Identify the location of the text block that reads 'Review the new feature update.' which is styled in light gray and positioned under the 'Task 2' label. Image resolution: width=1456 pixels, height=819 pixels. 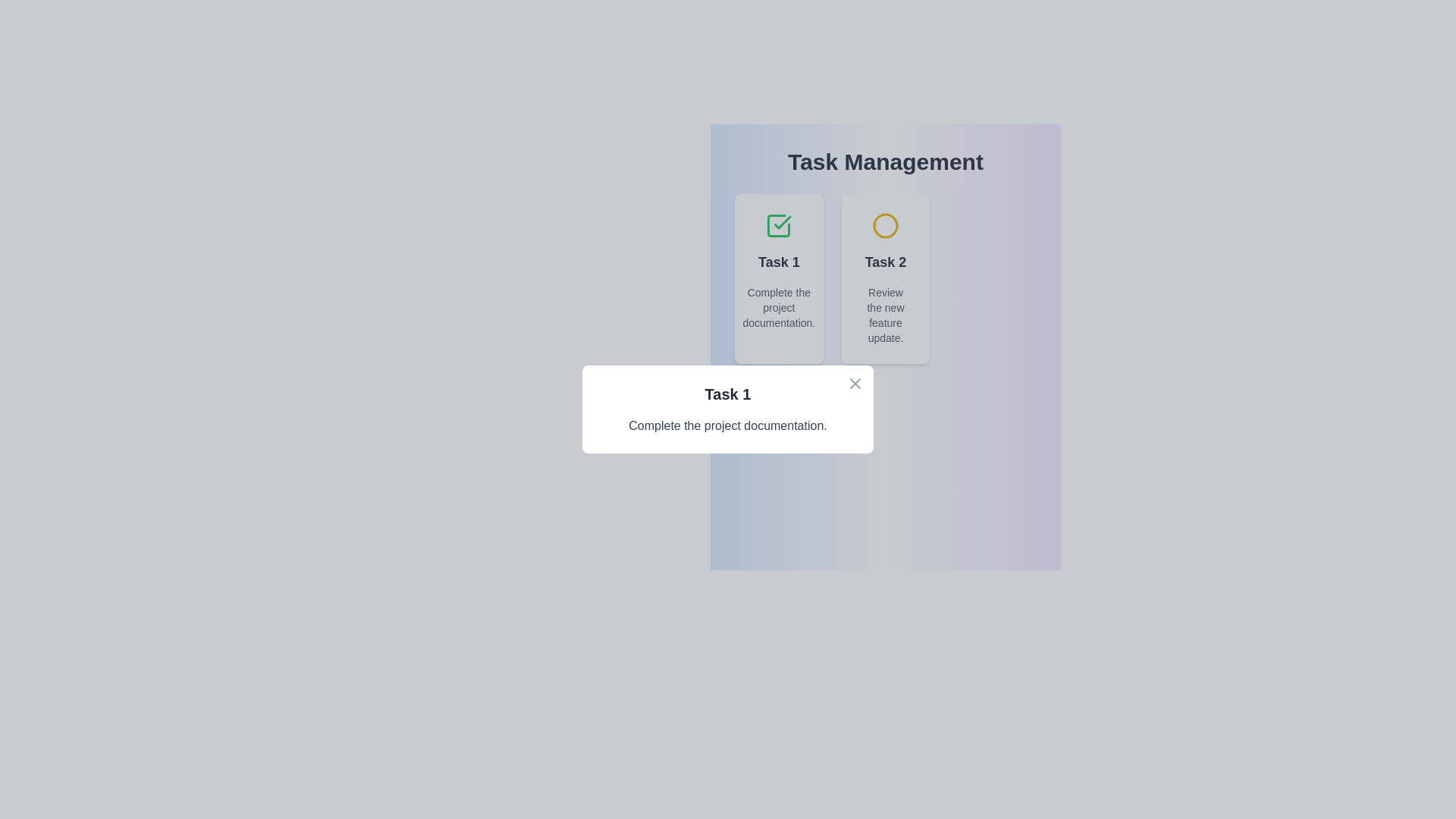
(885, 315).